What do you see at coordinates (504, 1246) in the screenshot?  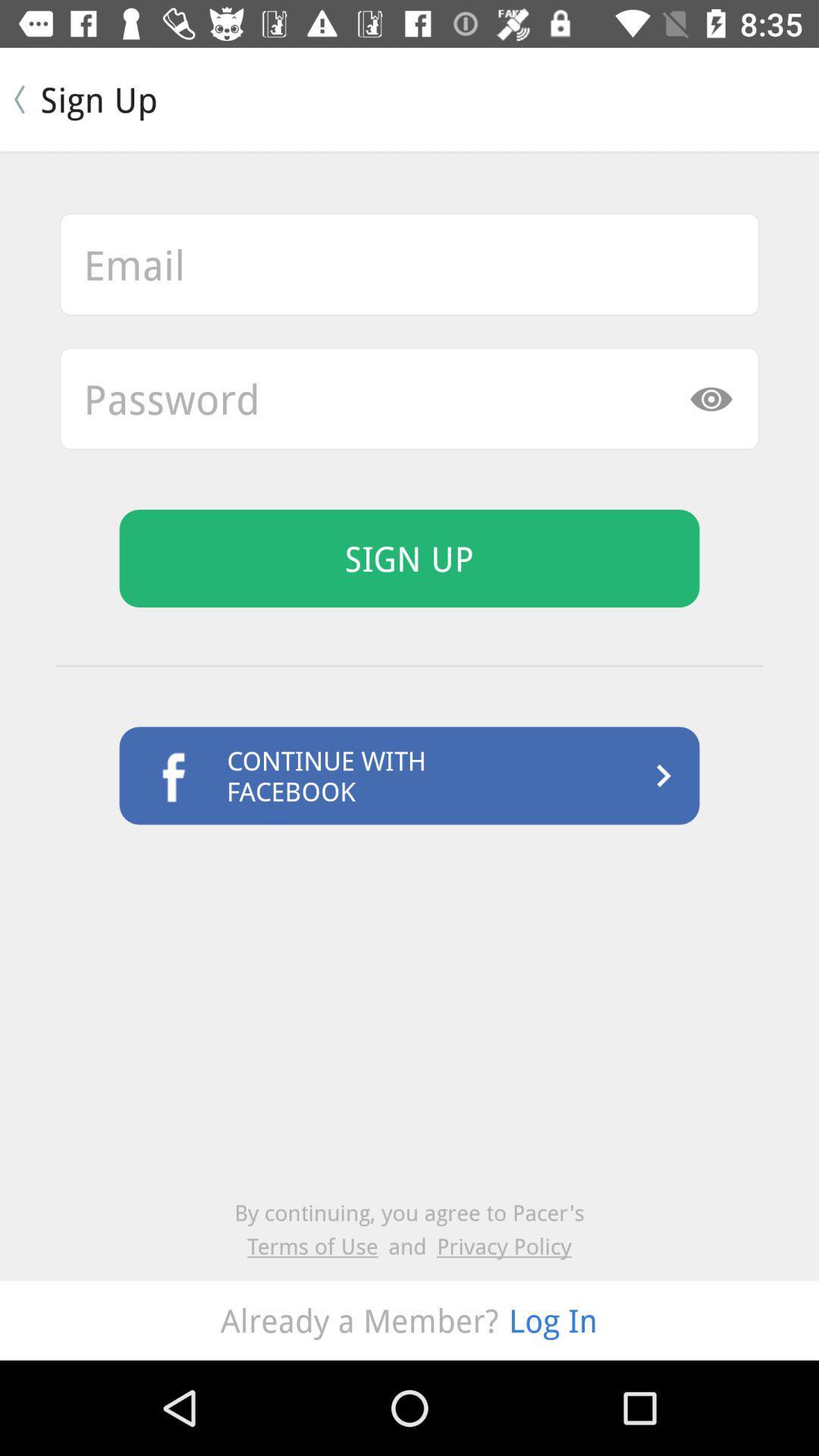 I see `item next to the and icon` at bounding box center [504, 1246].